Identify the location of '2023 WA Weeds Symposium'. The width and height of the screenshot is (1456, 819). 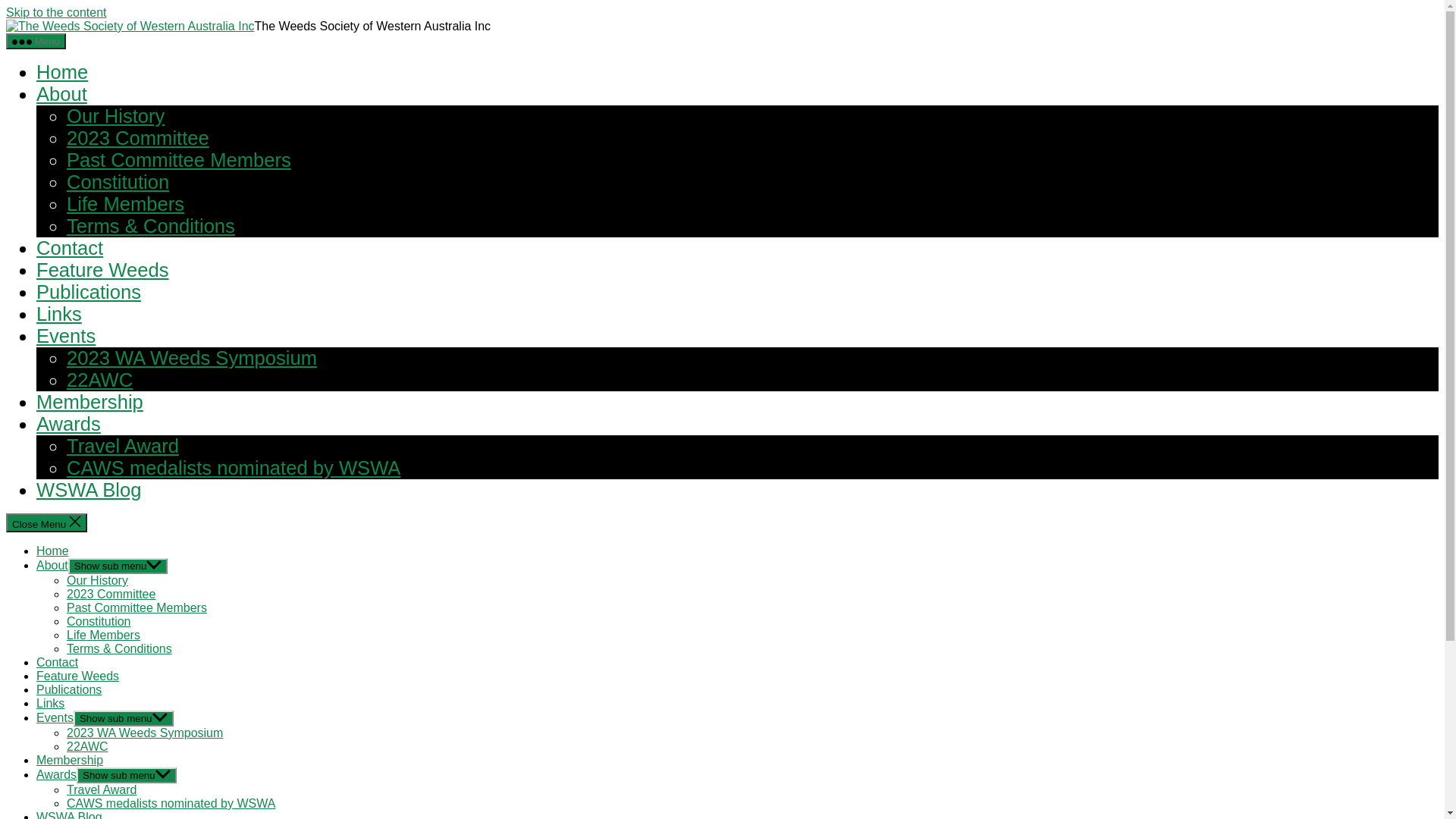
(191, 357).